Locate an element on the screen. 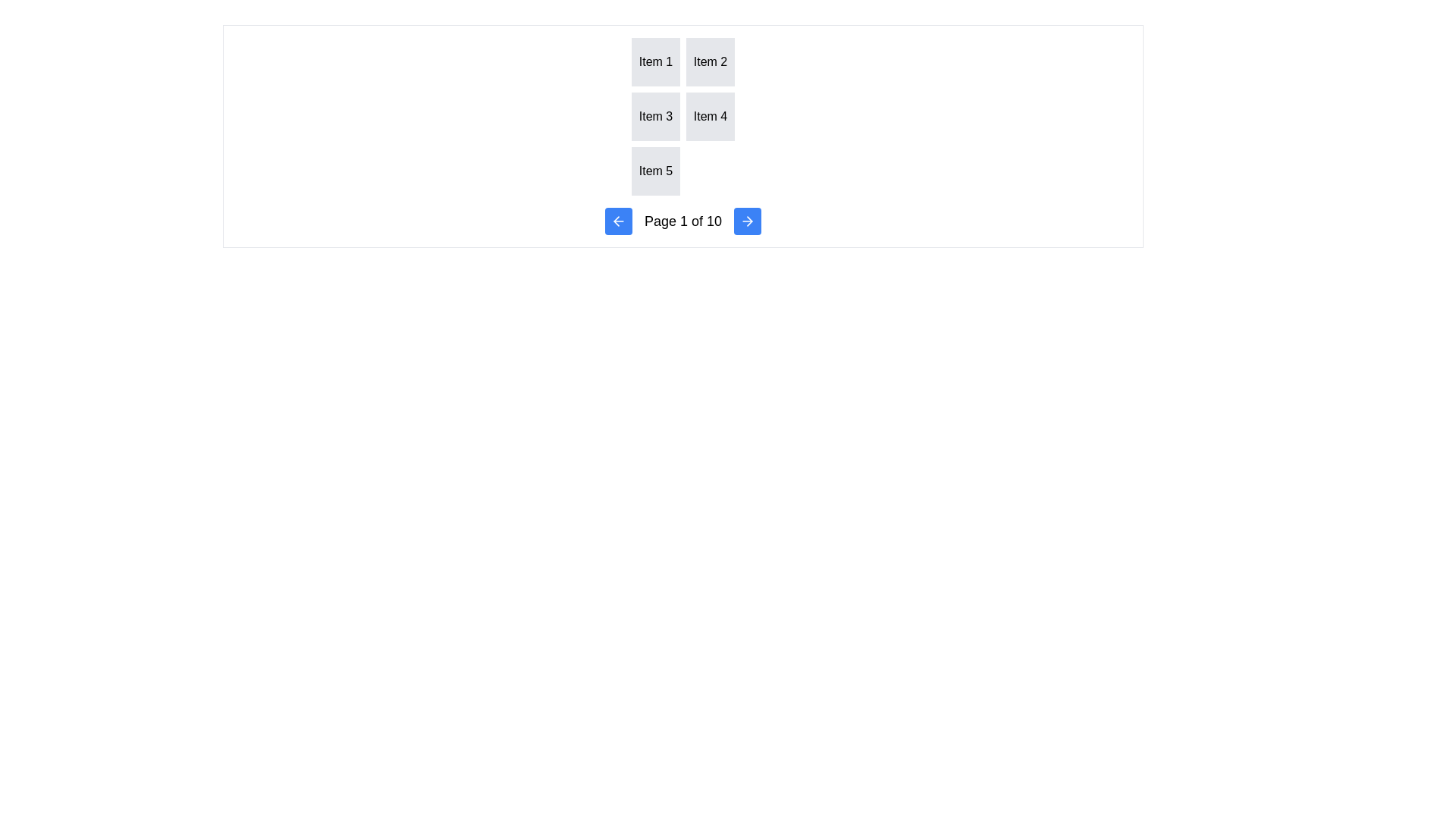  the left-pointing arrow button with a blue background is located at coordinates (619, 221).